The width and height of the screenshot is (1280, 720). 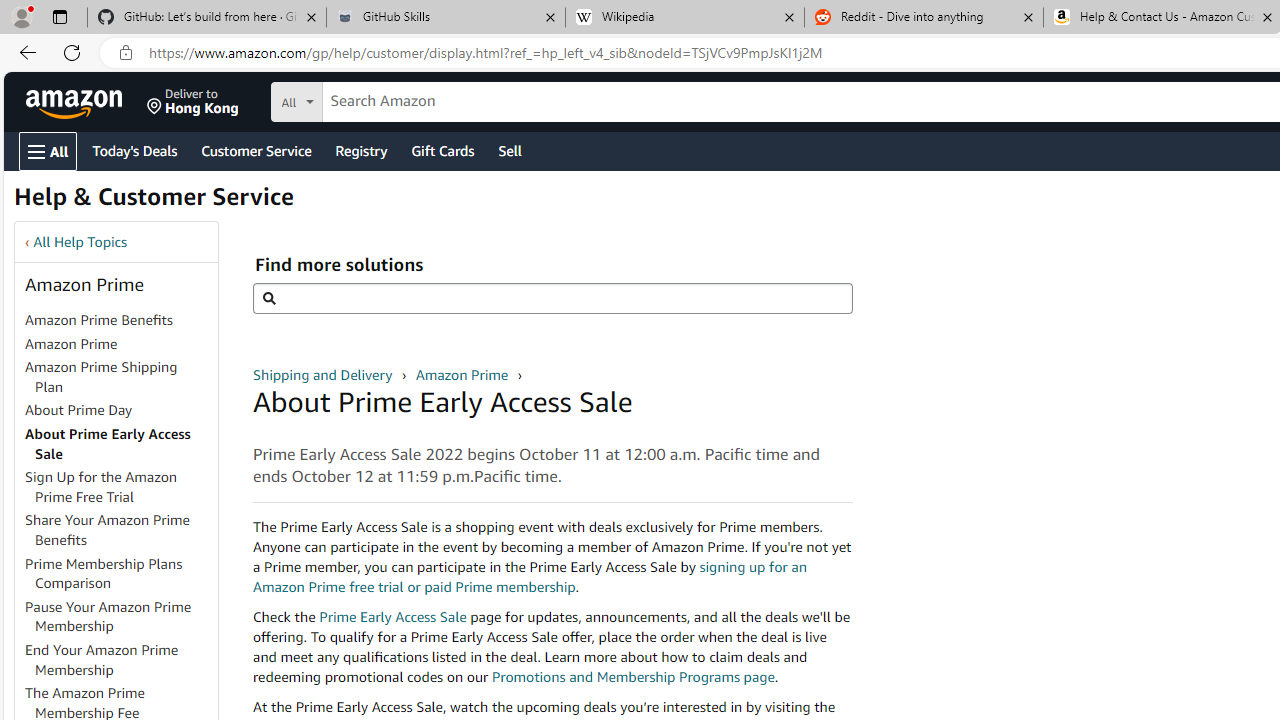 I want to click on 'Amazon', so click(x=76, y=101).